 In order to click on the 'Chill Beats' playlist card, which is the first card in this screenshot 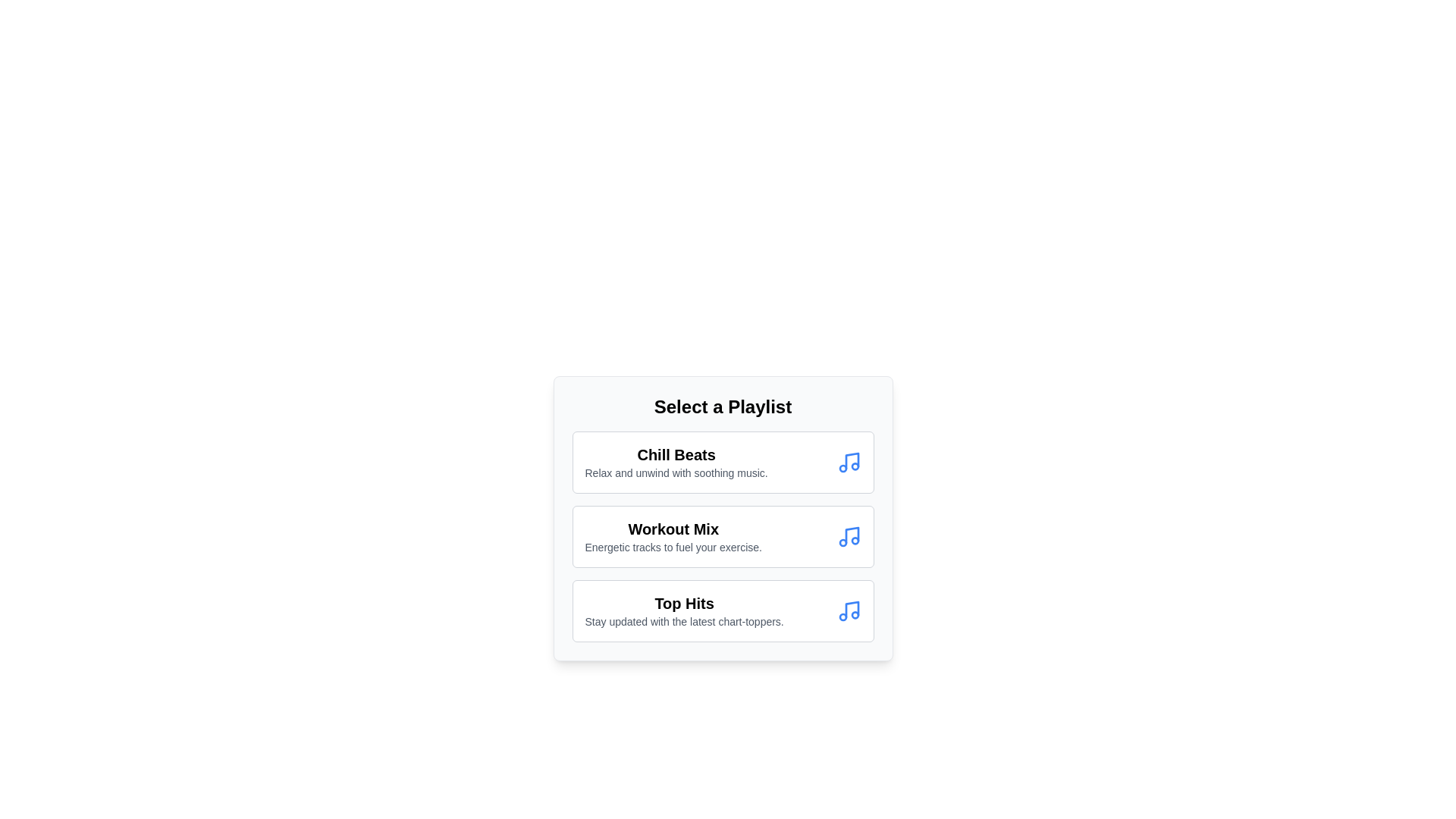, I will do `click(722, 461)`.